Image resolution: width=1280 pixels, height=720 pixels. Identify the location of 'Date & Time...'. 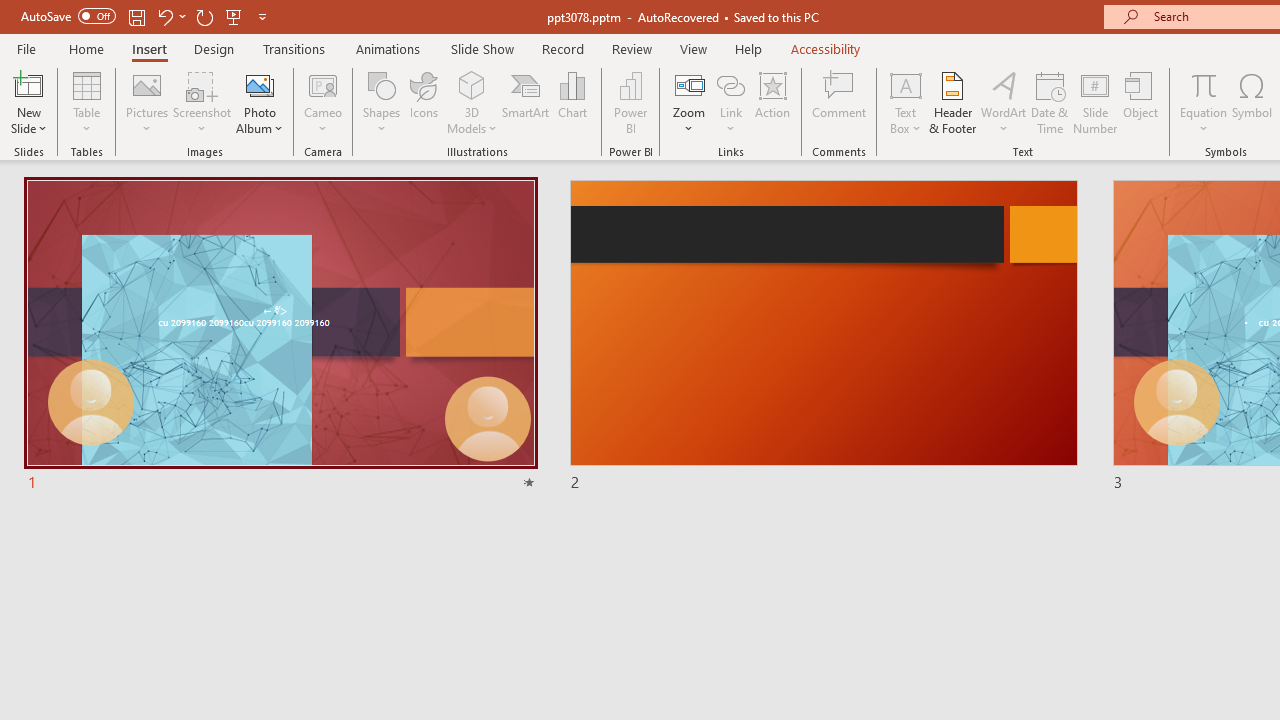
(1049, 103).